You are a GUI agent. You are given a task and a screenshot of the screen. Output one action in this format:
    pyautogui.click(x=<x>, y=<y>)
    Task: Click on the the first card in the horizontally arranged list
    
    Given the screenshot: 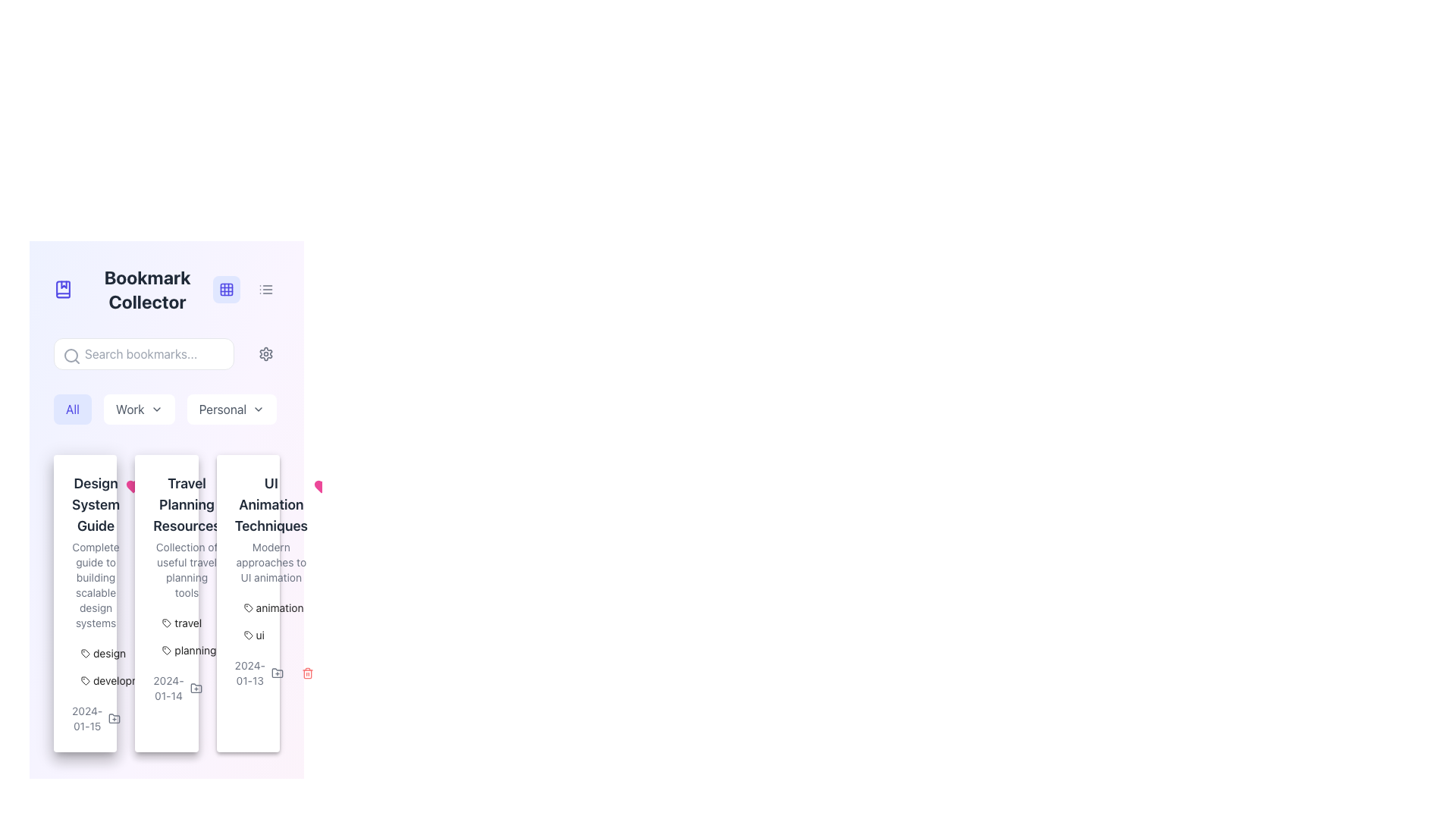 What is the action you would take?
    pyautogui.click(x=84, y=602)
    